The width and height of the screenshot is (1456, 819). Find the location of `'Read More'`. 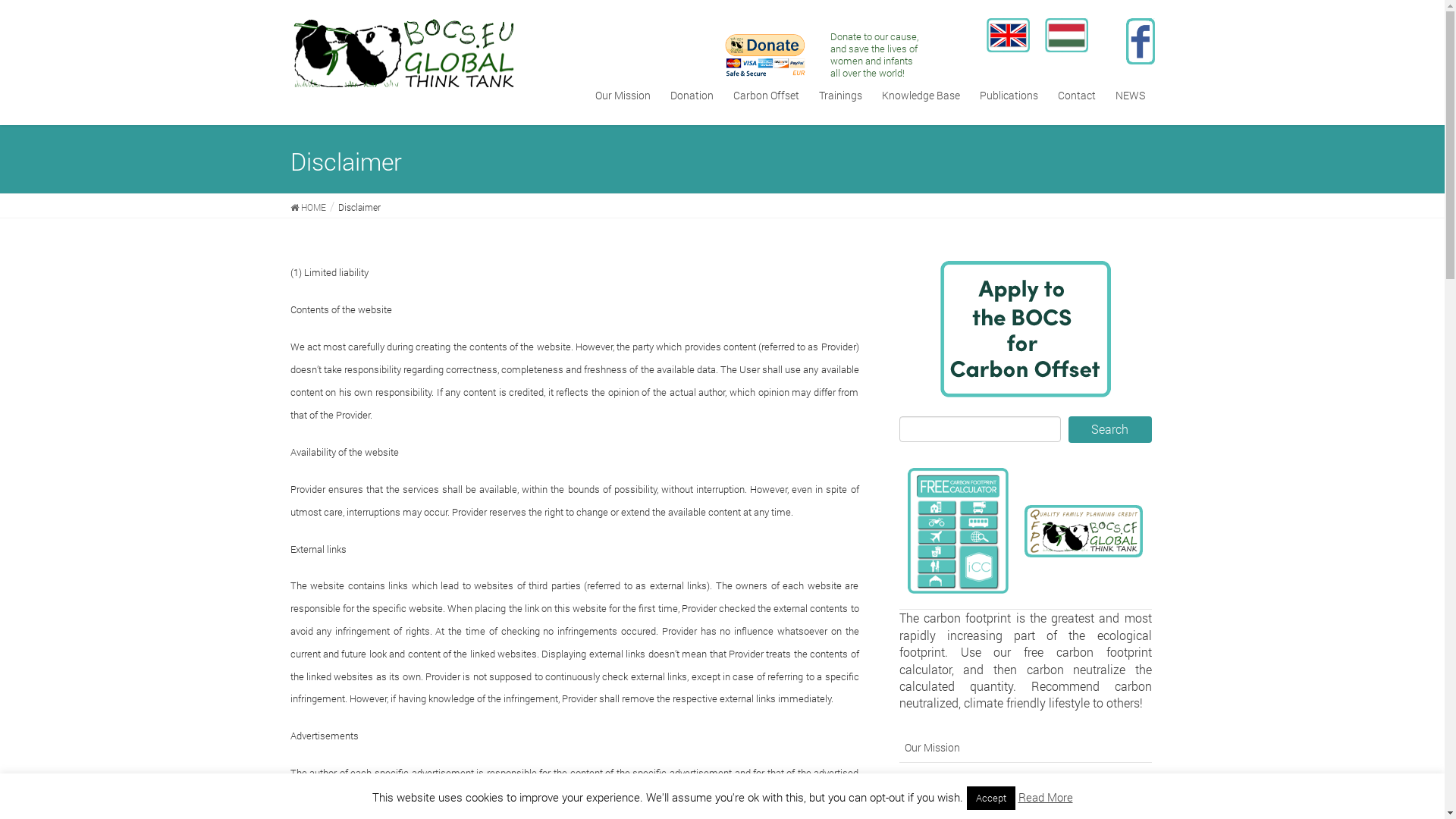

'Read More' is located at coordinates (1043, 795).